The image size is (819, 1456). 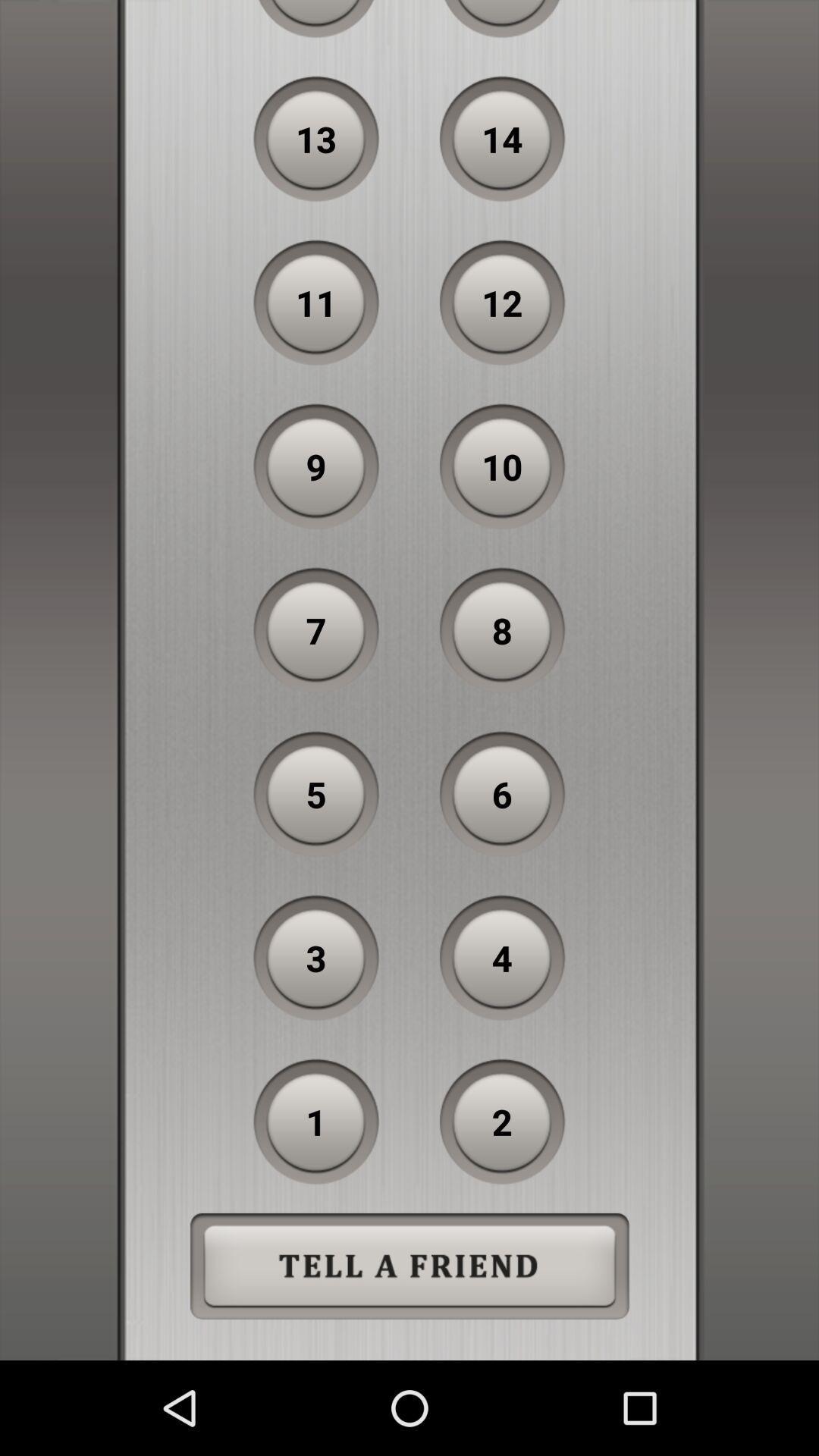 What do you see at coordinates (315, 957) in the screenshot?
I see `3 icon` at bounding box center [315, 957].